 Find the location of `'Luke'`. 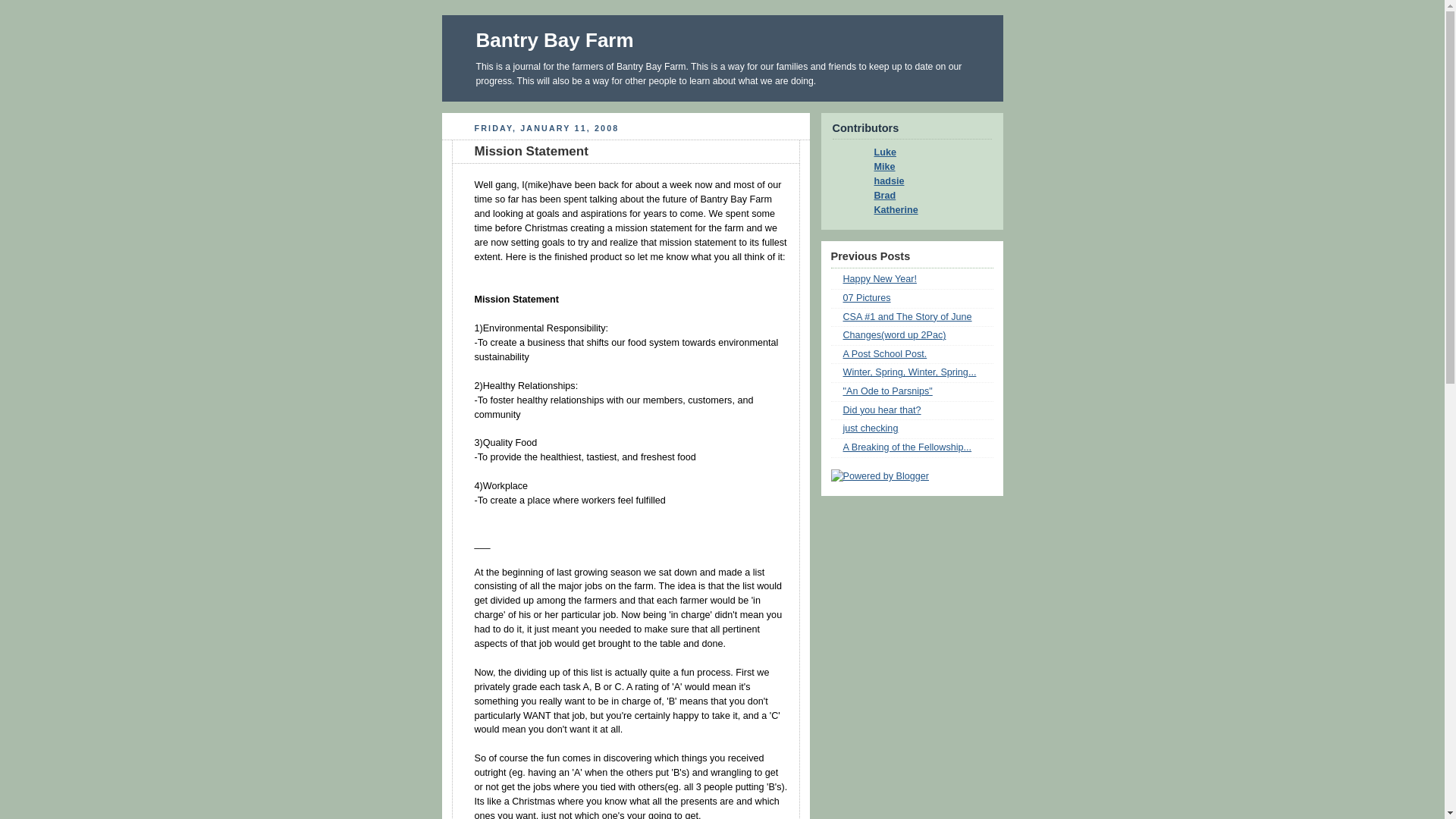

'Luke' is located at coordinates (862, 152).